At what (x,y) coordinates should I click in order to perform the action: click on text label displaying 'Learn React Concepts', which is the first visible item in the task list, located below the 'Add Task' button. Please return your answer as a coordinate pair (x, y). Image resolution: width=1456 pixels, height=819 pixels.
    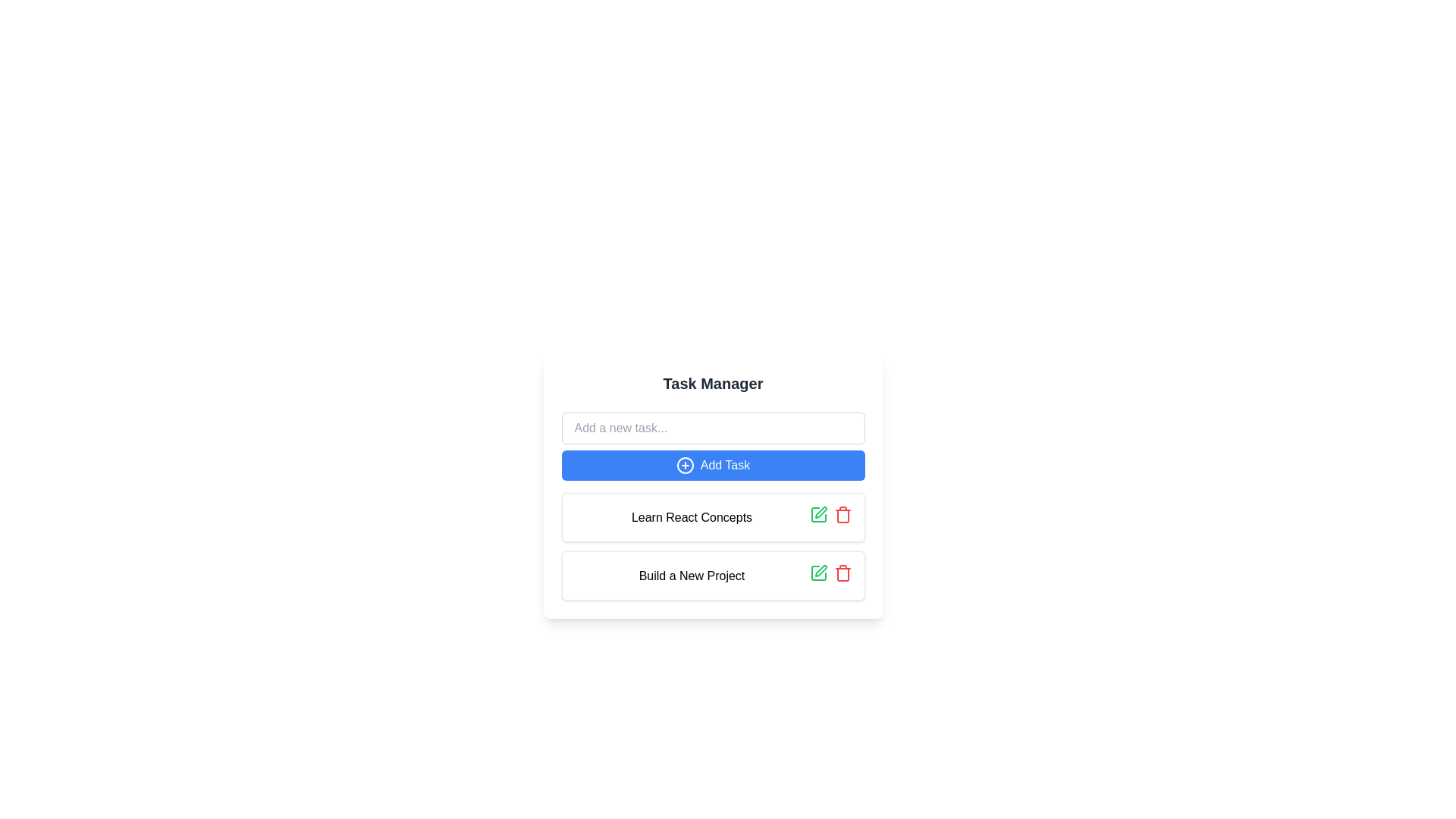
    Looking at the image, I should click on (691, 516).